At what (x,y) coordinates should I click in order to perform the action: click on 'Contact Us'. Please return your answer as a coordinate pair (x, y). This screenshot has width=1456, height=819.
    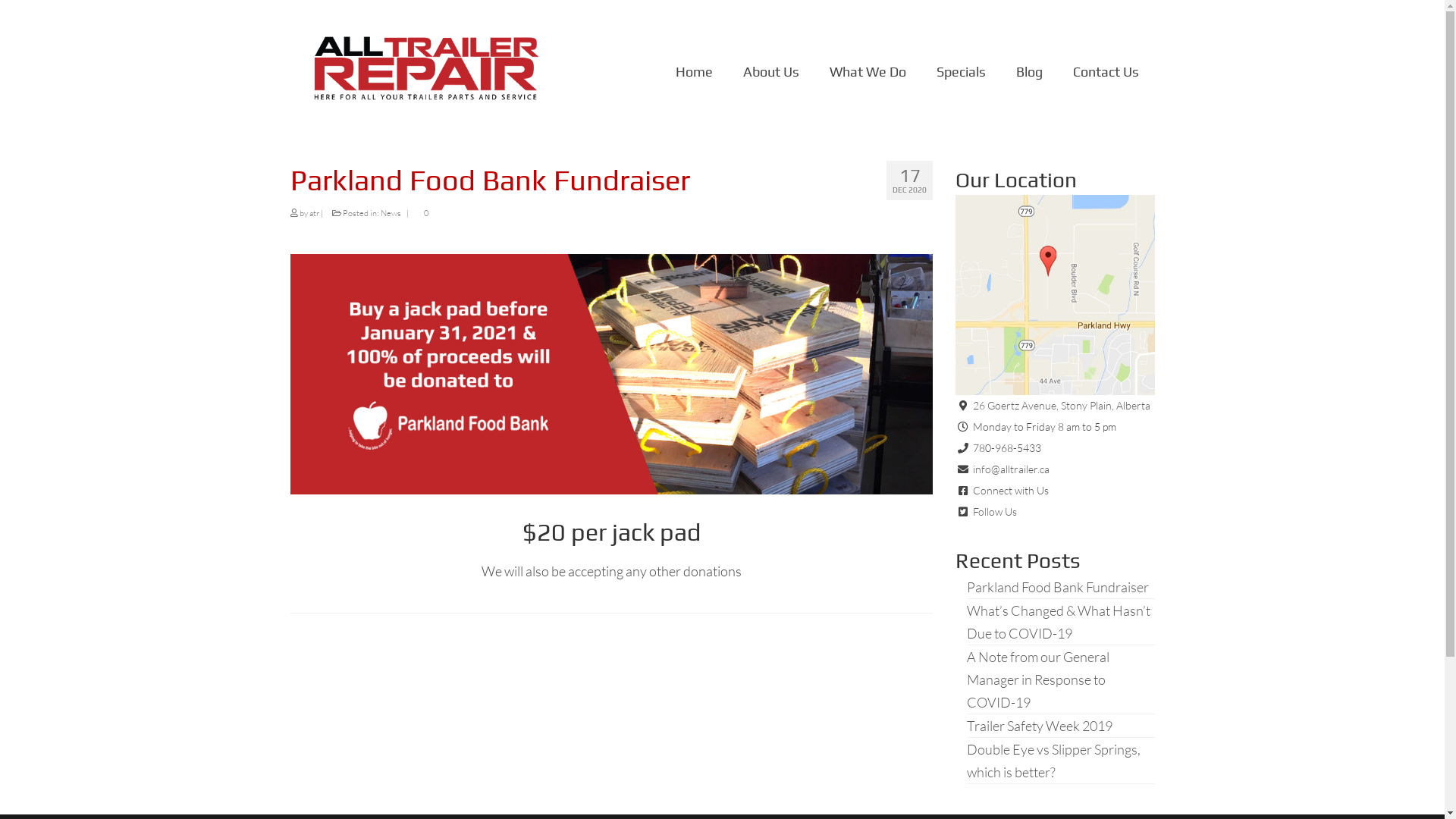
    Looking at the image, I should click on (1106, 72).